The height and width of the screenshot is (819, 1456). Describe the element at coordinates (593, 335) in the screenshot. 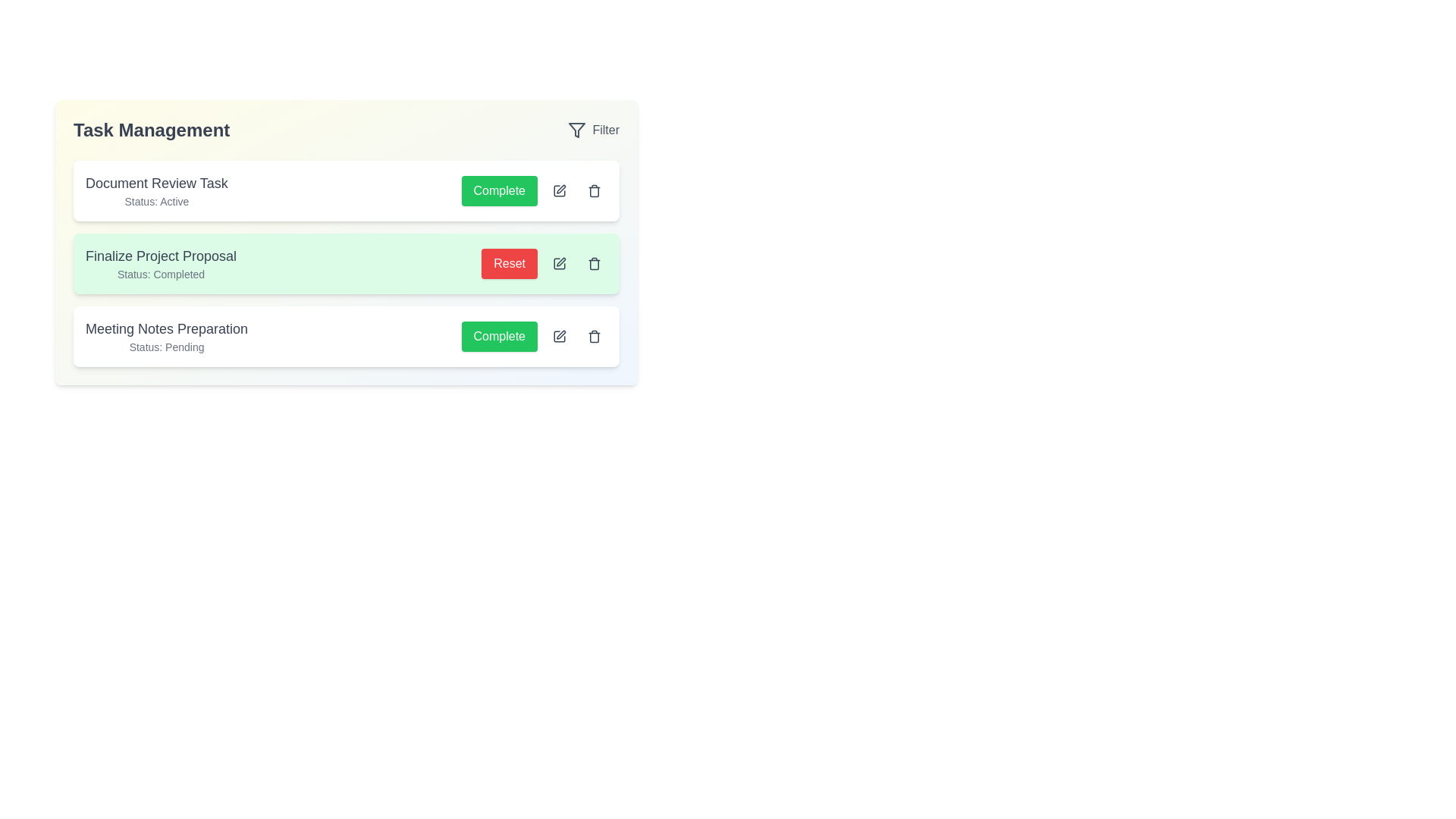

I see `the trash icon for the task named Meeting Notes Preparation` at that location.